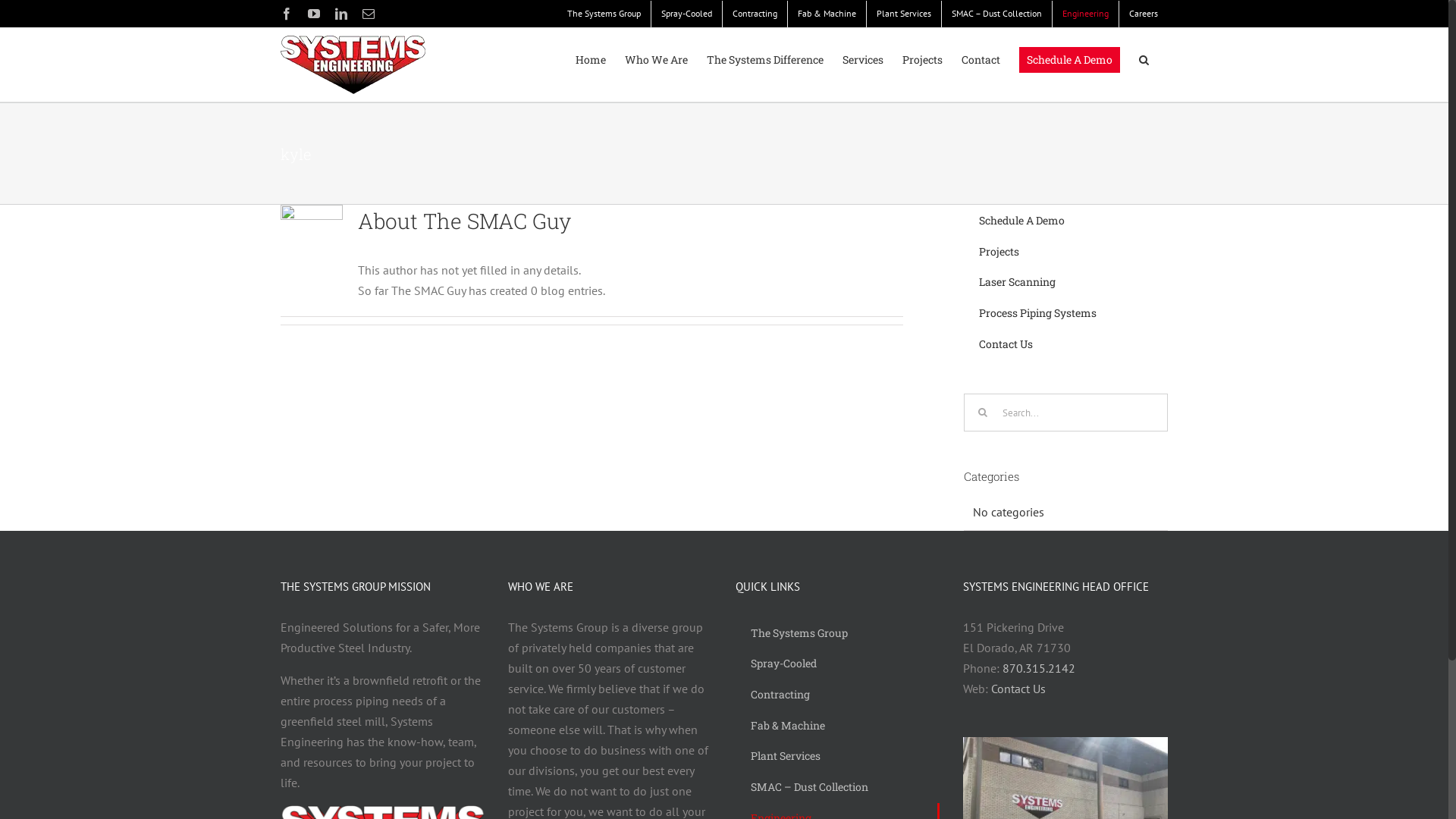  What do you see at coordinates (1018, 688) in the screenshot?
I see `'Contact Us'` at bounding box center [1018, 688].